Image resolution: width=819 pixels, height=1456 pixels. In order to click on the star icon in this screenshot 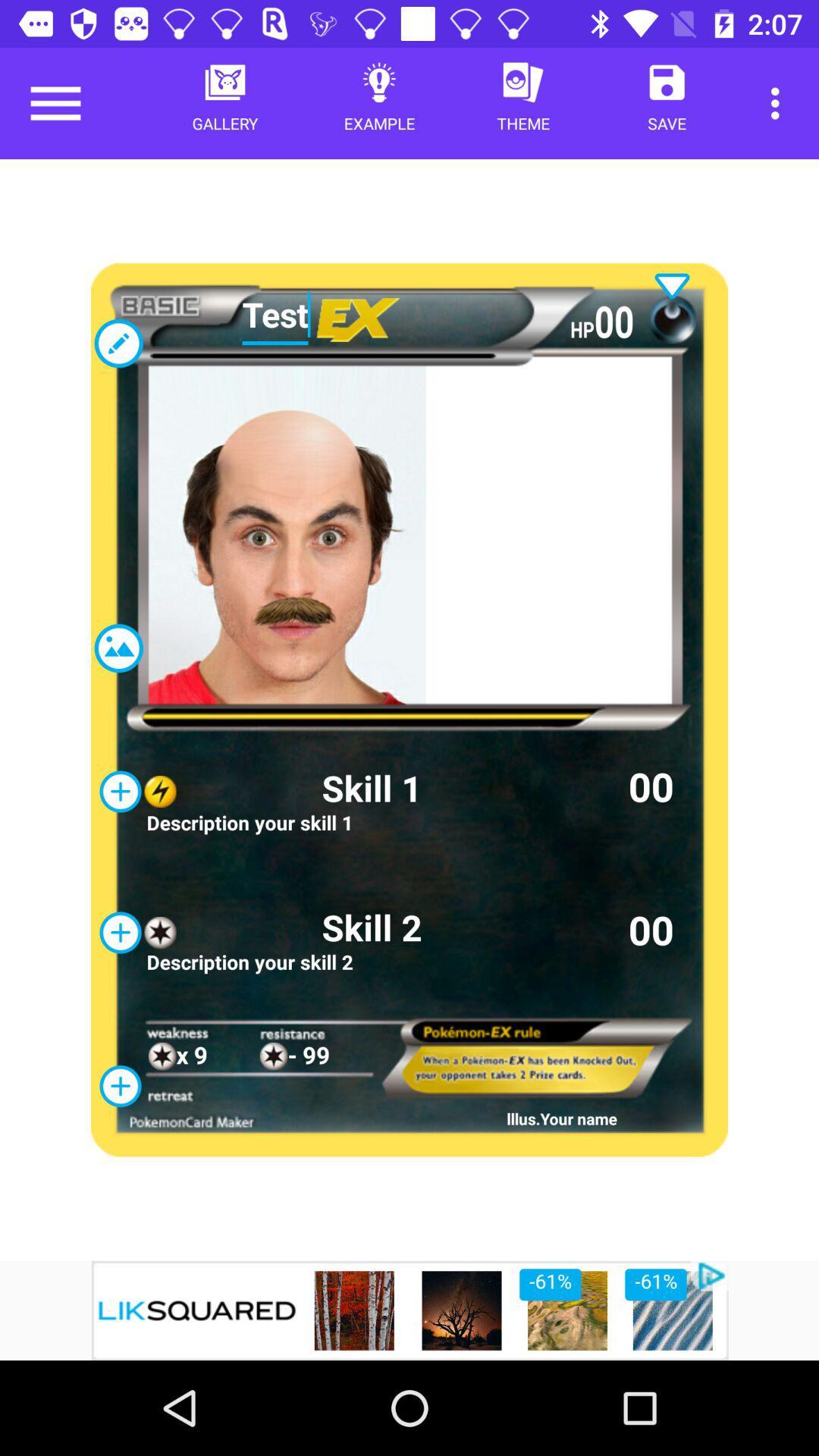, I will do `click(274, 1056)`.